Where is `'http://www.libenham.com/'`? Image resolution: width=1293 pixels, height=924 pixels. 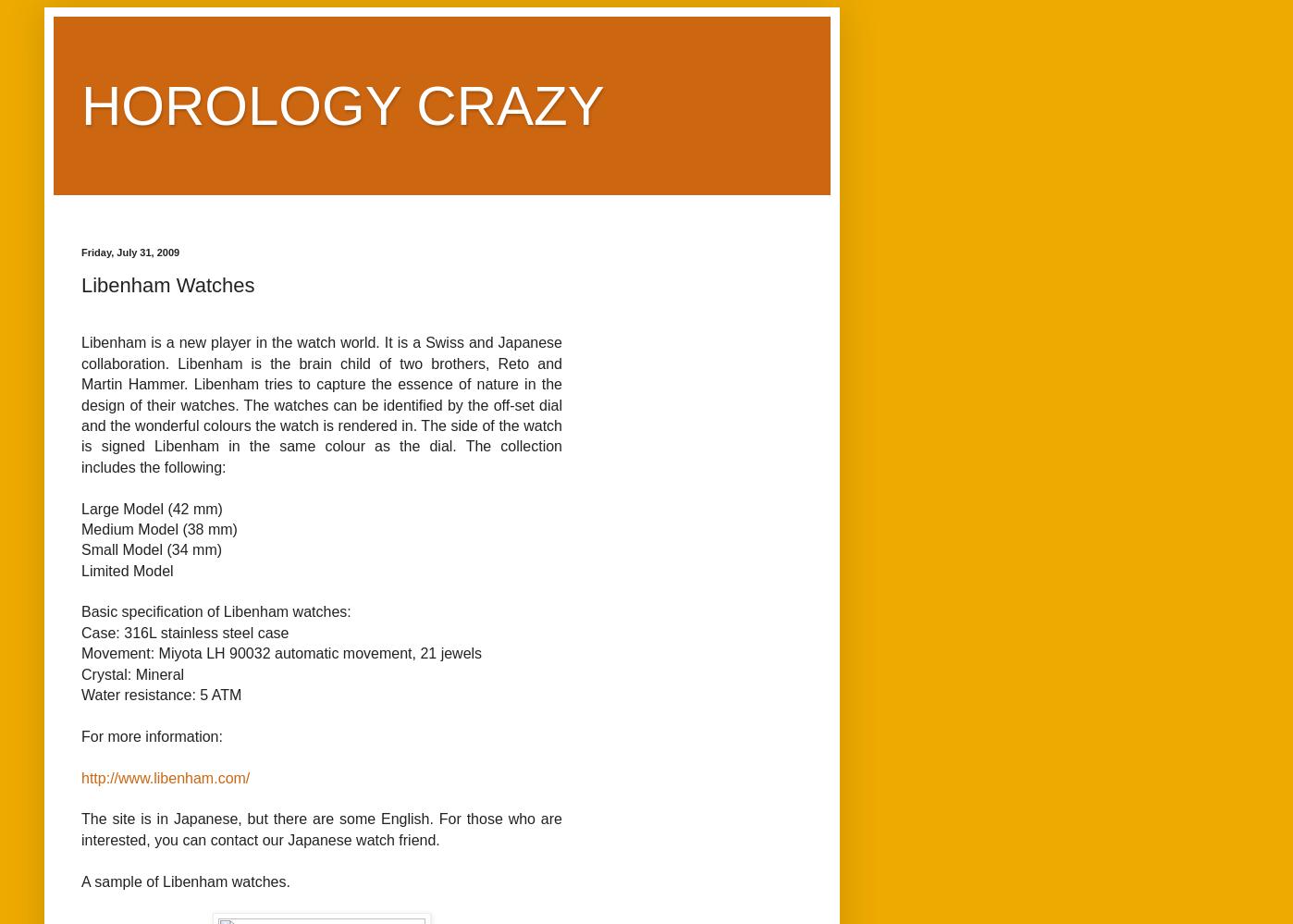 'http://www.libenham.com/' is located at coordinates (165, 776).